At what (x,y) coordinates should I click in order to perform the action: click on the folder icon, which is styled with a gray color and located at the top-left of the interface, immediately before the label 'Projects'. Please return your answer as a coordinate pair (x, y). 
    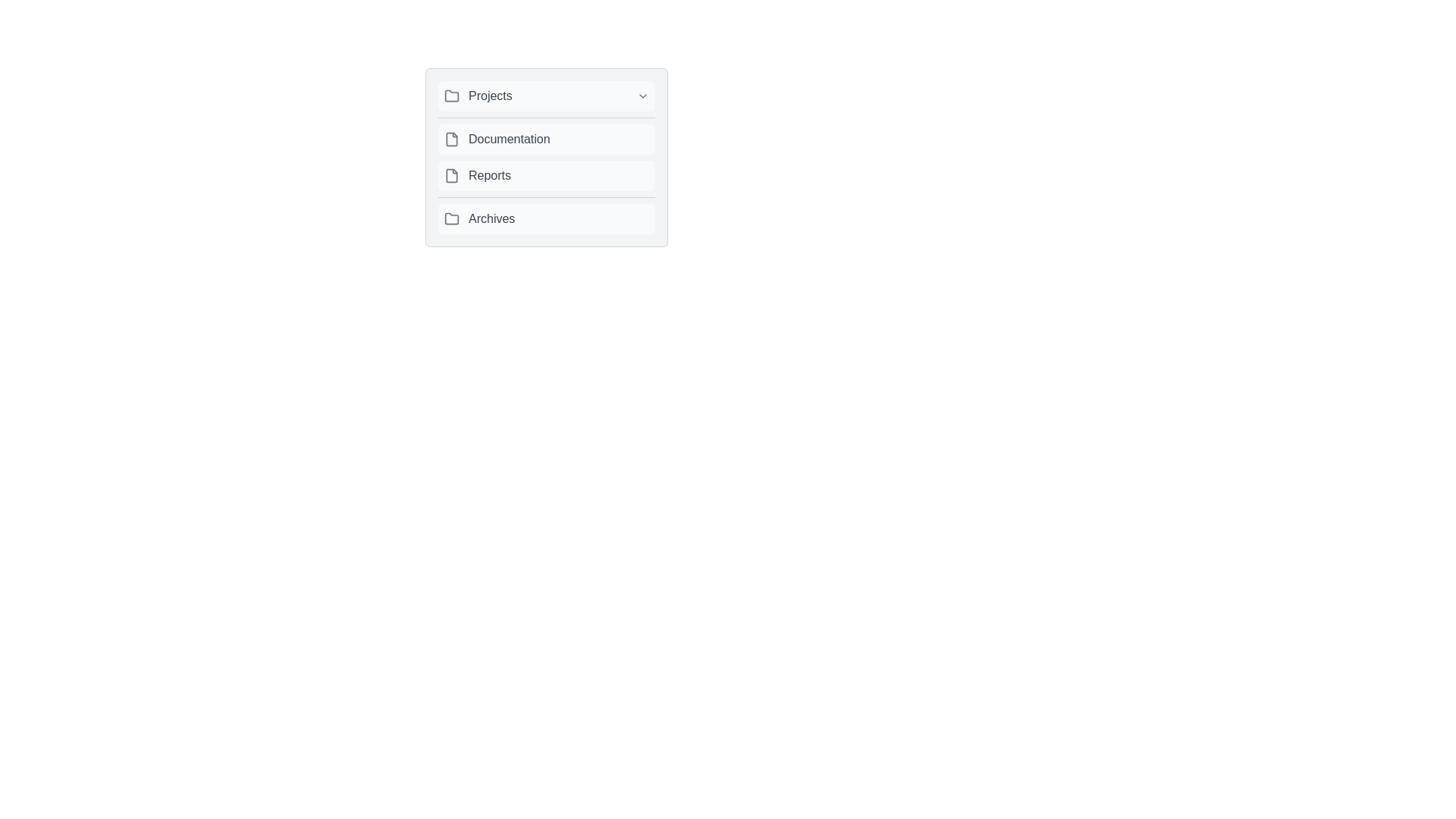
    Looking at the image, I should click on (450, 96).